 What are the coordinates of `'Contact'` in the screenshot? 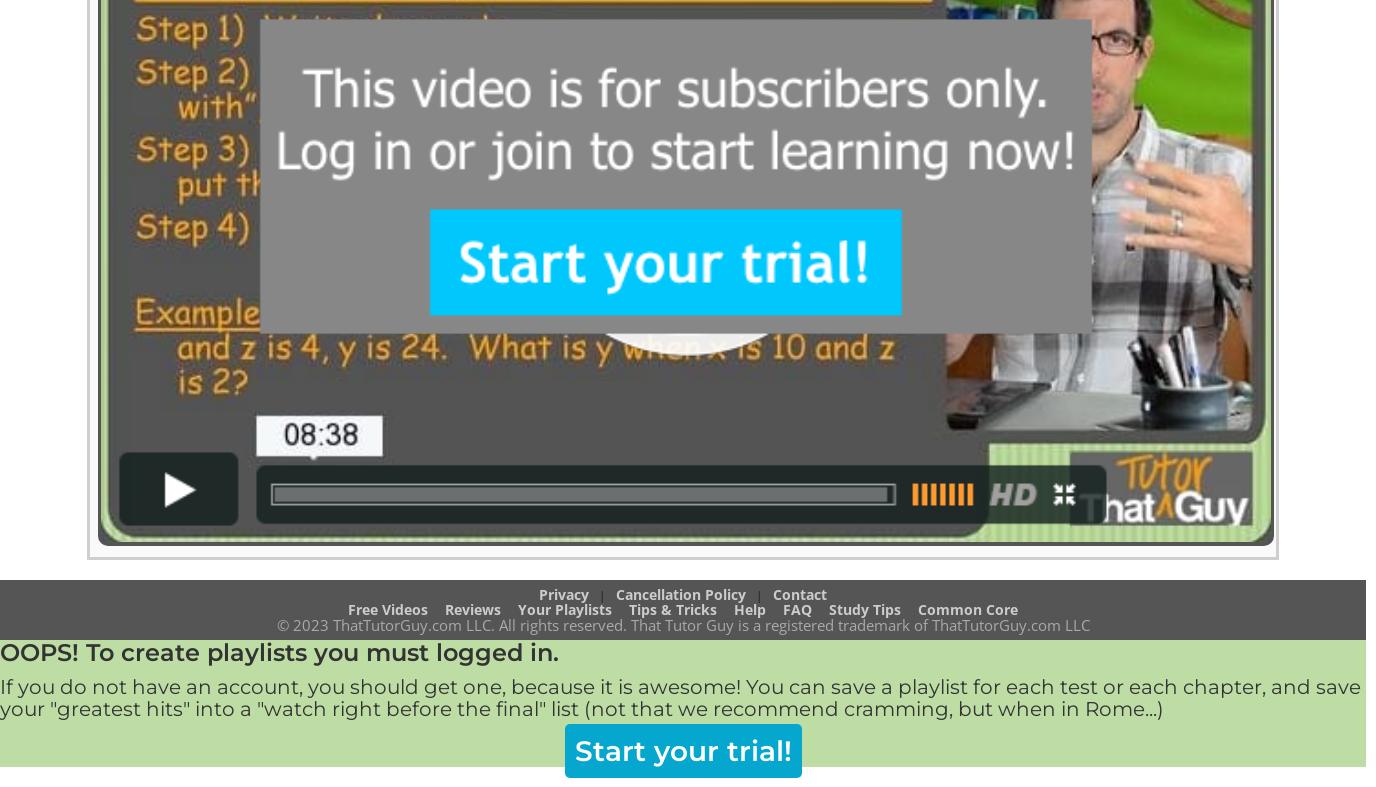 It's located at (772, 592).